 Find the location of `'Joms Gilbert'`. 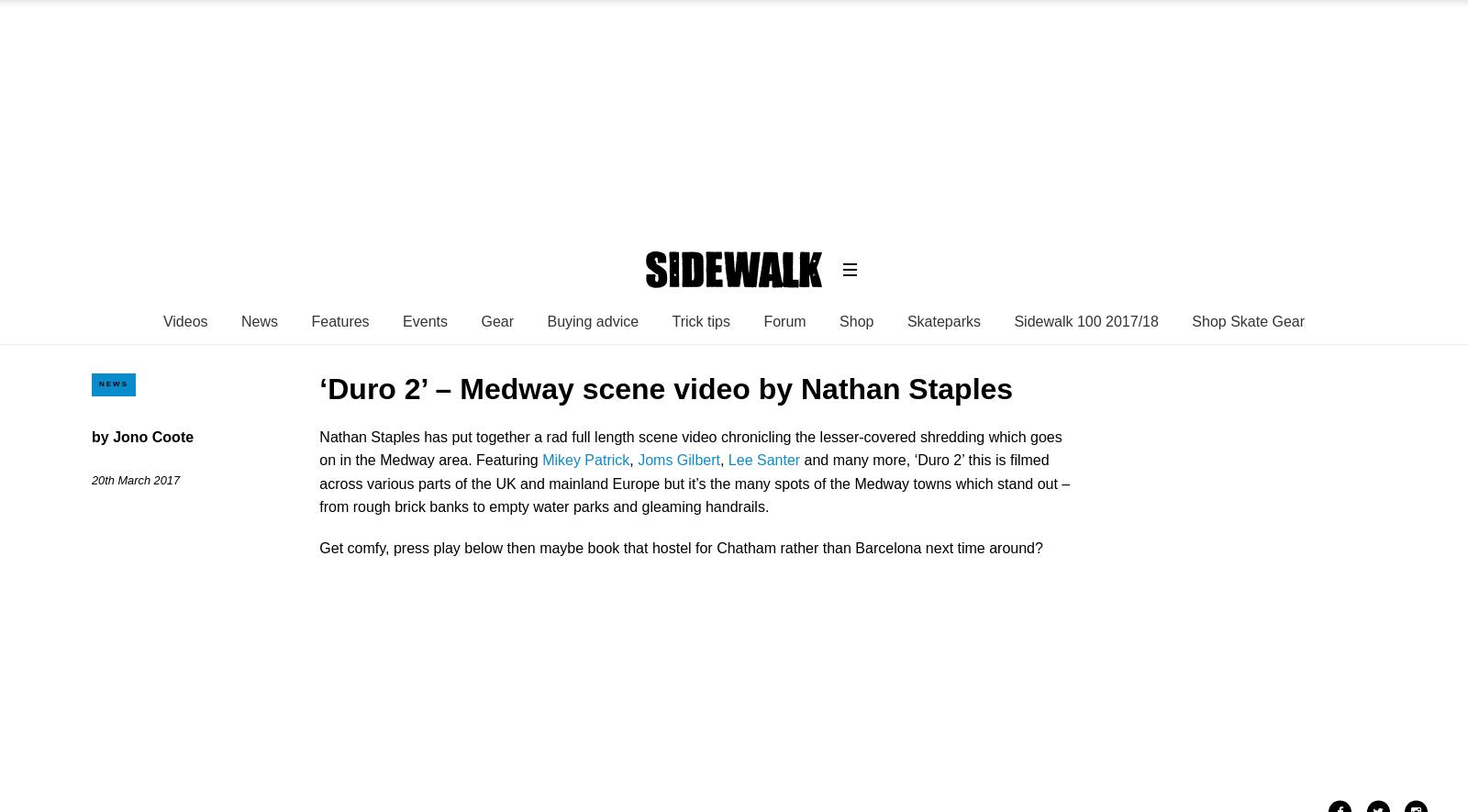

'Joms Gilbert' is located at coordinates (678, 460).